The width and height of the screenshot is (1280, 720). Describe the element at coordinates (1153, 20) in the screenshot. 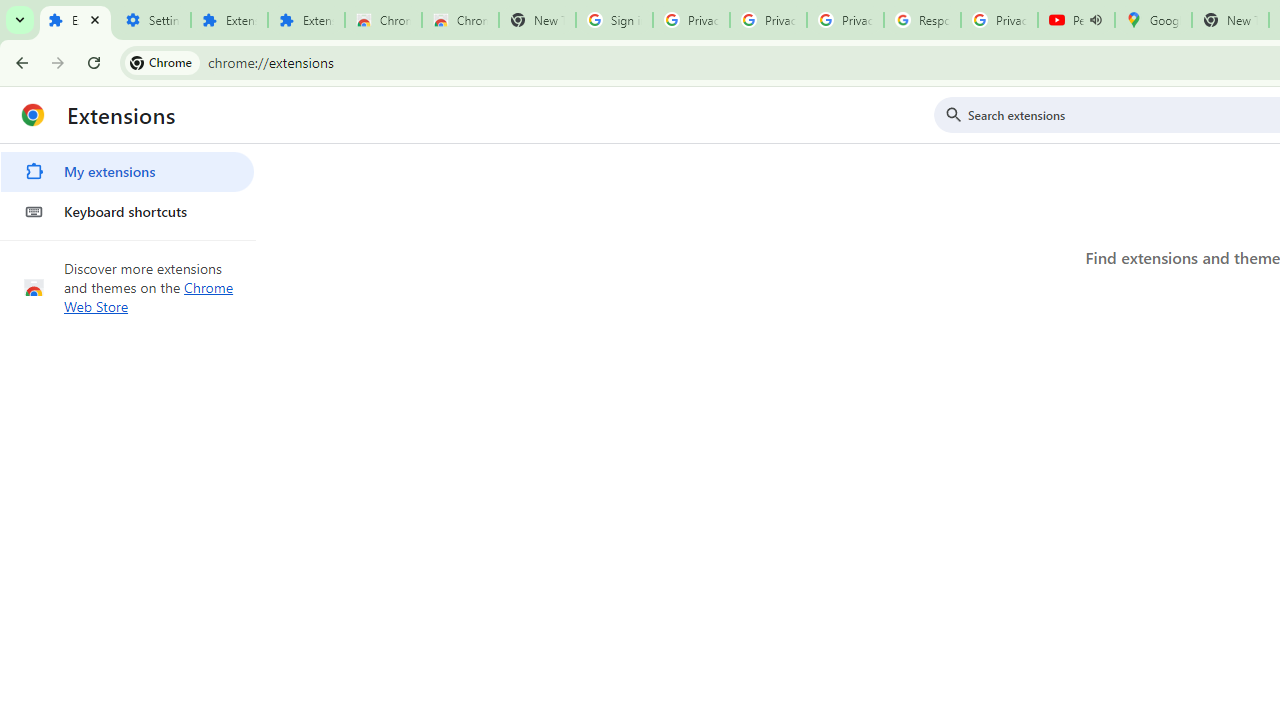

I see `'Google Maps'` at that location.